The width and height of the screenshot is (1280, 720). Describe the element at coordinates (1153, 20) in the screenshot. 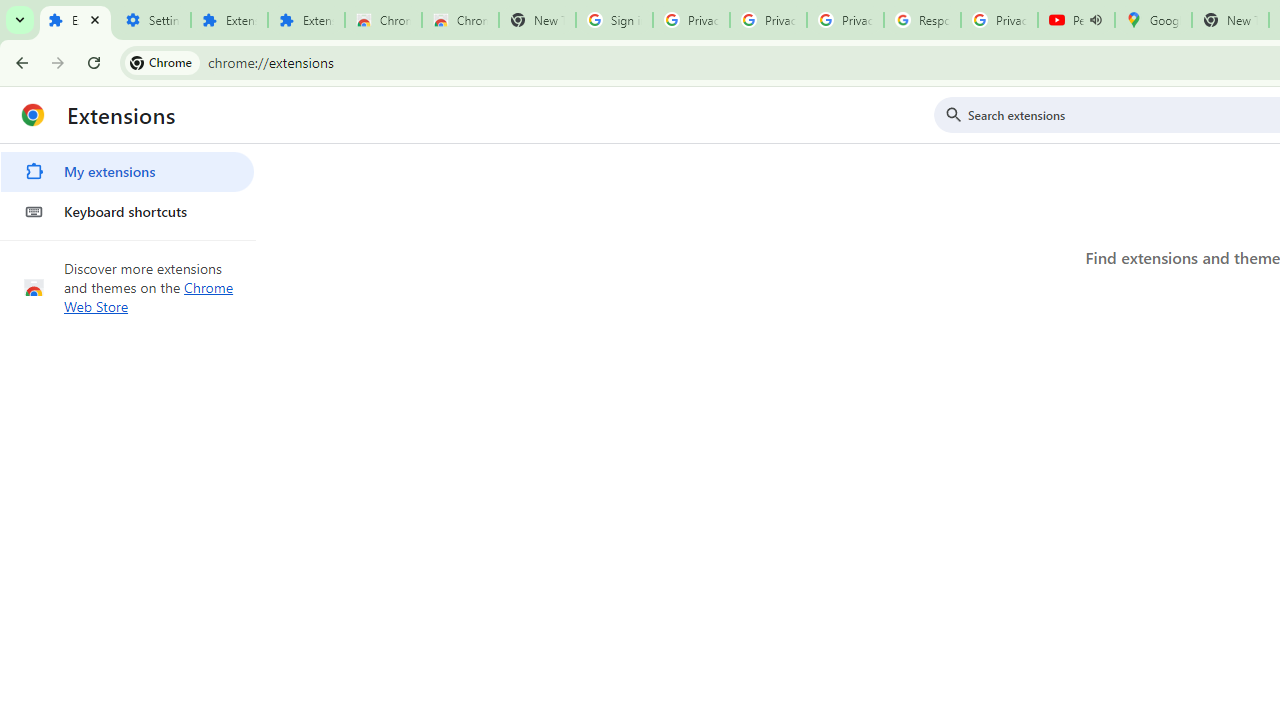

I see `'Google Maps'` at that location.